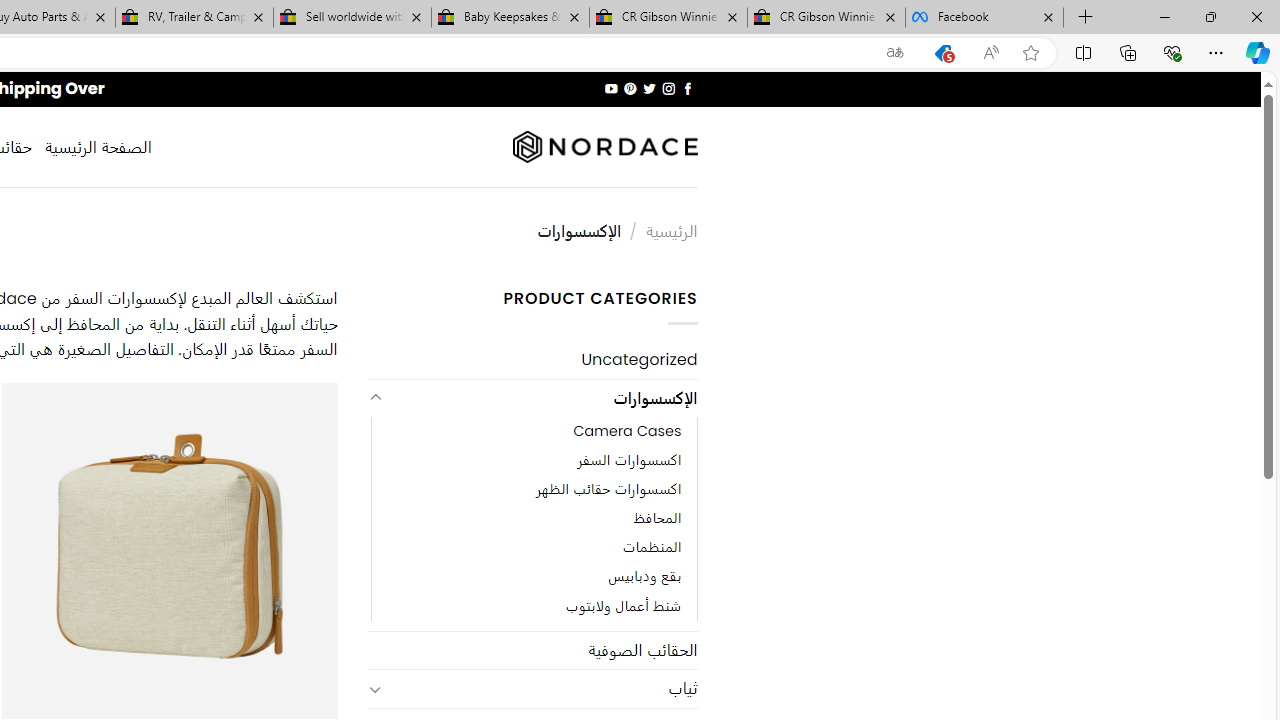 Image resolution: width=1280 pixels, height=720 pixels. I want to click on 'Follow on YouTube', so click(610, 88).